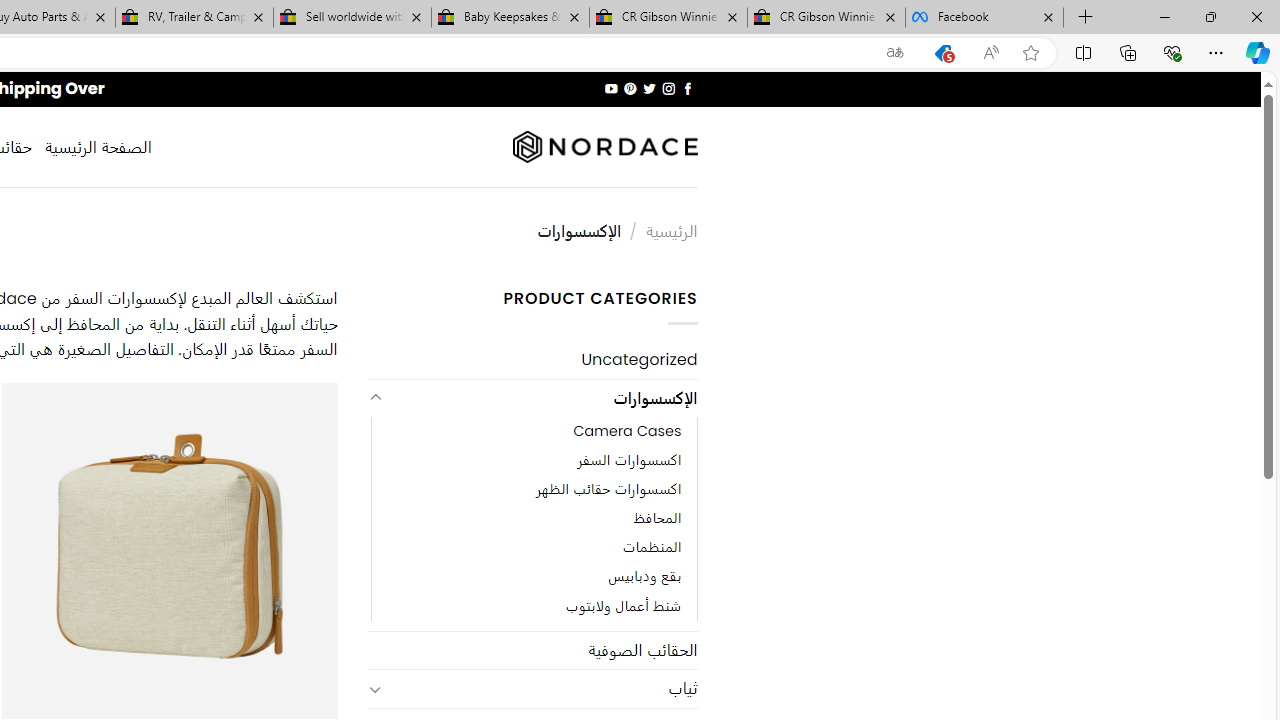 Image resolution: width=1280 pixels, height=720 pixels. I want to click on 'Follow on YouTube', so click(610, 88).